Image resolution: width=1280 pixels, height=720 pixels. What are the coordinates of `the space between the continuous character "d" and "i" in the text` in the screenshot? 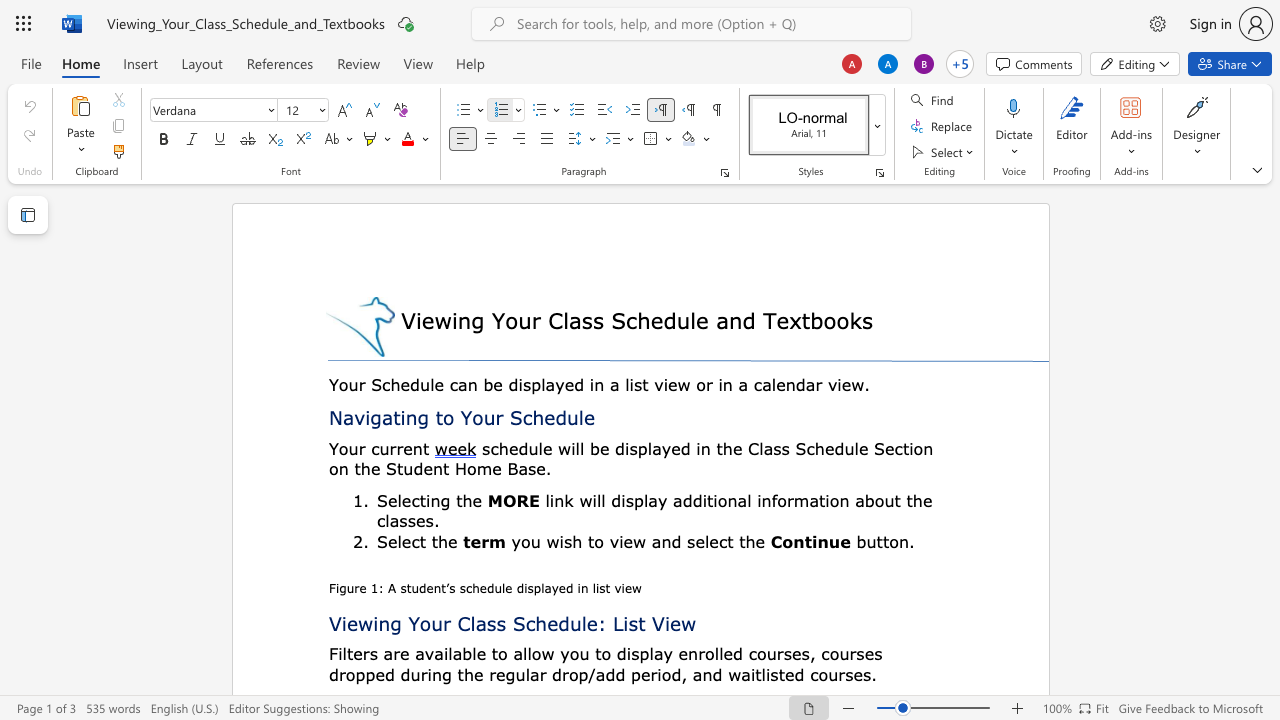 It's located at (622, 447).